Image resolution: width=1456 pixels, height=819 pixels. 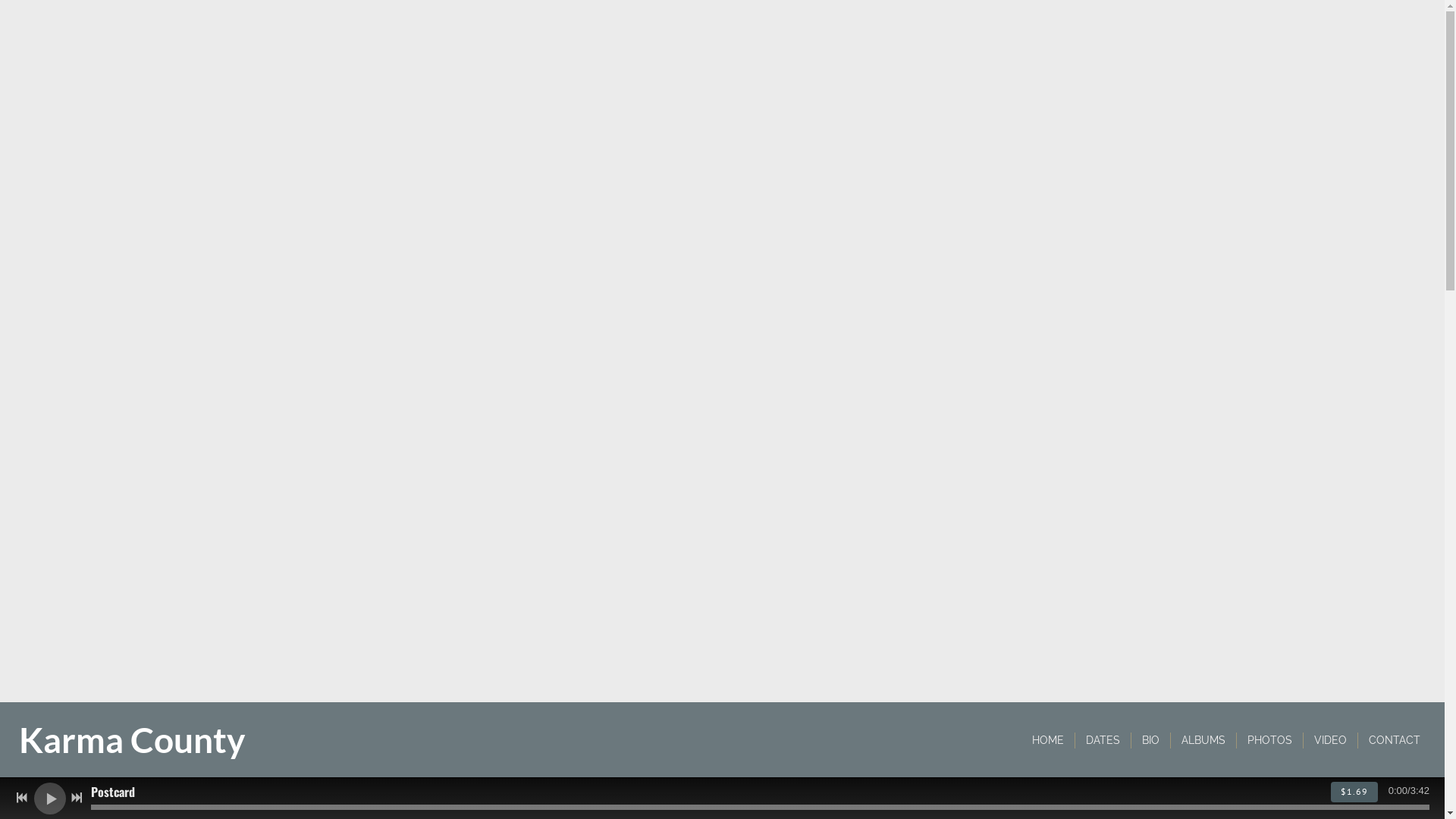 I want to click on 'HOME', so click(x=1047, y=739).